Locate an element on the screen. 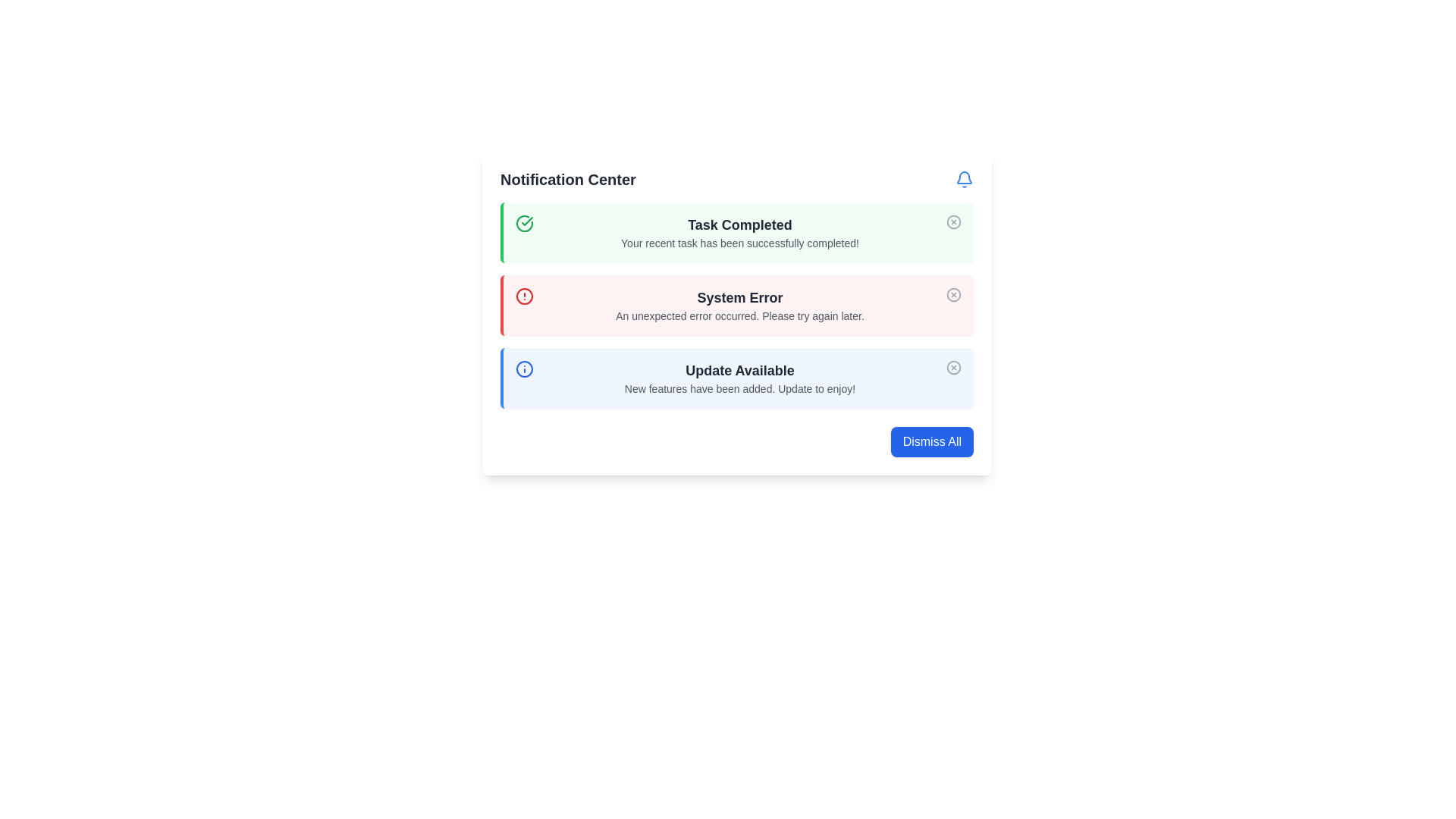 This screenshot has width=1456, height=819. the Text Label displaying 'Update Available', which is styled in bold and dark gray, located within the notification card is located at coordinates (739, 371).